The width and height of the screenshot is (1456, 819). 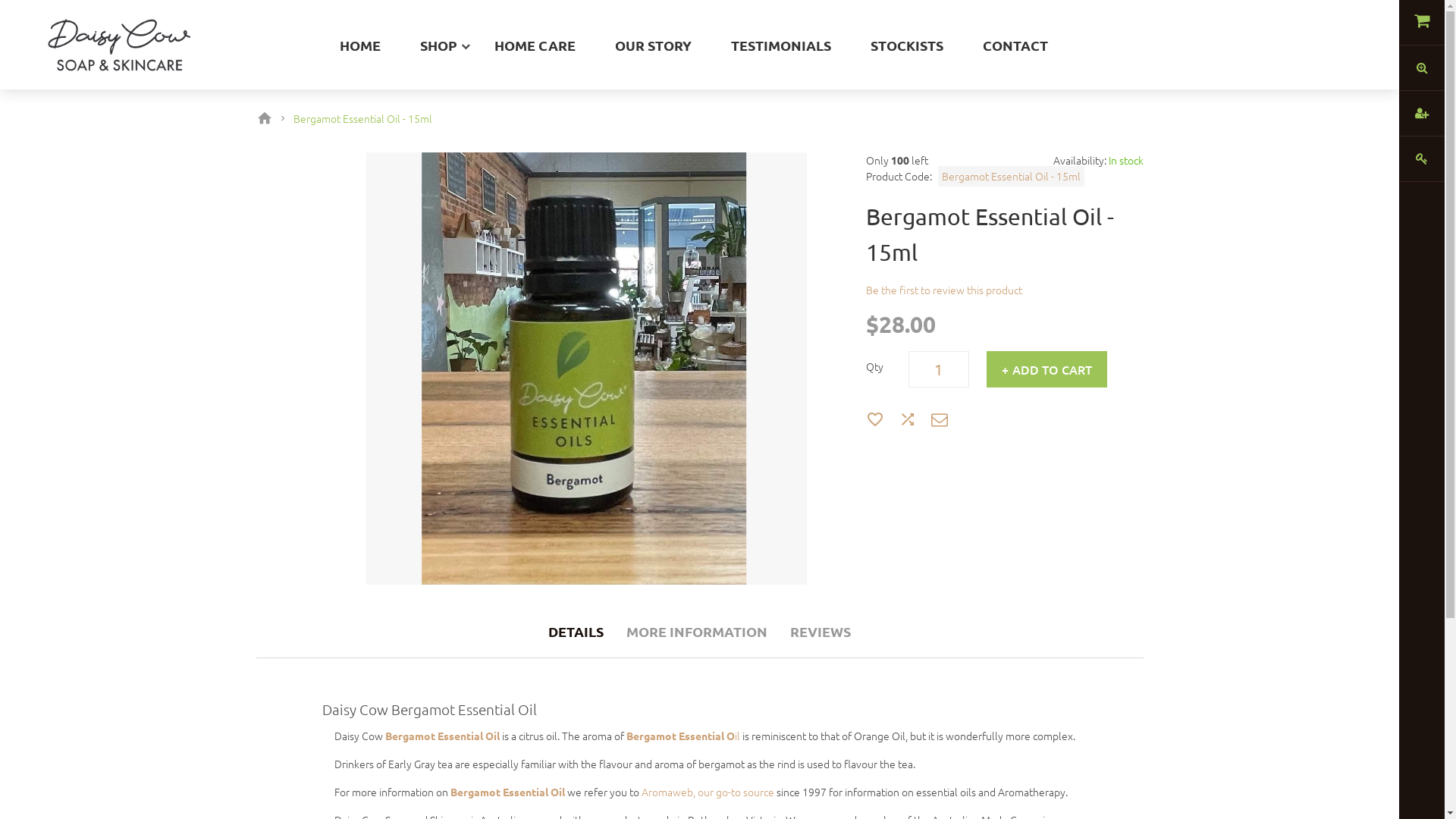 What do you see at coordinates (46, 20) in the screenshot?
I see `'Daisy Cow'` at bounding box center [46, 20].